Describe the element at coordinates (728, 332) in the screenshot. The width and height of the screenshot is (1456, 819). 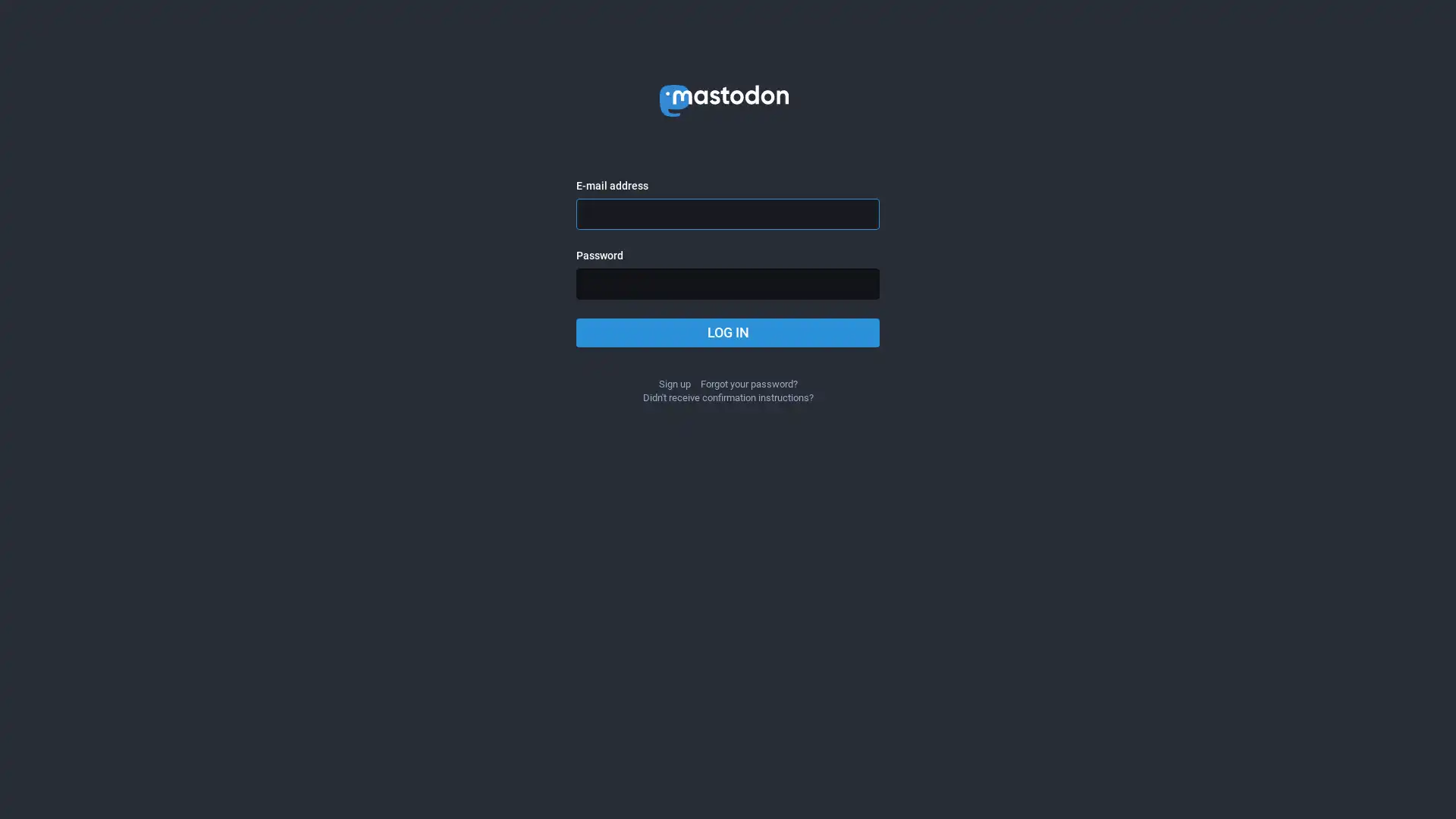
I see `LOG IN` at that location.